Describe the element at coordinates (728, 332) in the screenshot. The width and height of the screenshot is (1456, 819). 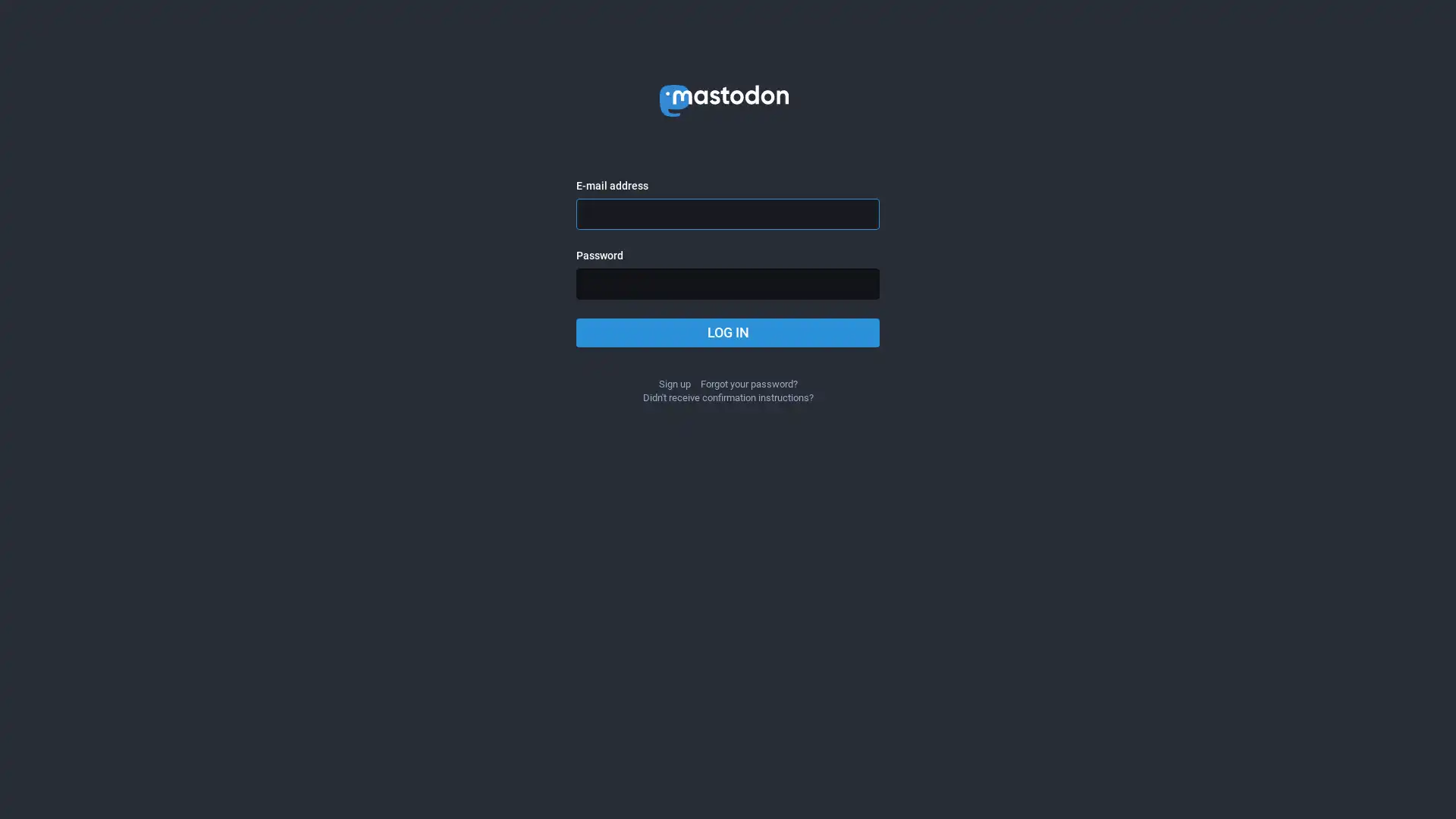
I see `LOG IN` at that location.